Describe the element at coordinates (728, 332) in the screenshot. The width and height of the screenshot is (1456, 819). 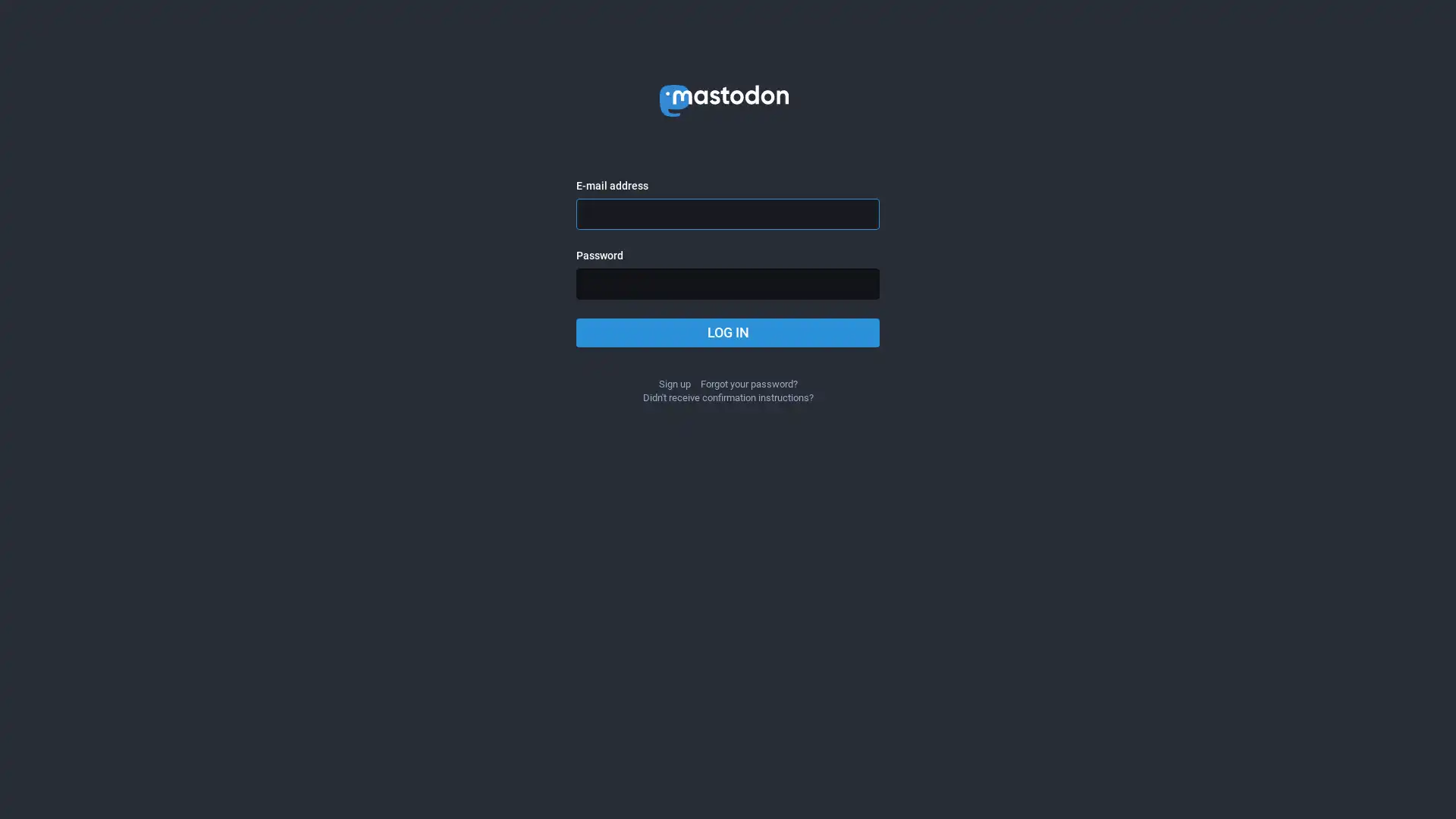
I see `LOG IN` at that location.